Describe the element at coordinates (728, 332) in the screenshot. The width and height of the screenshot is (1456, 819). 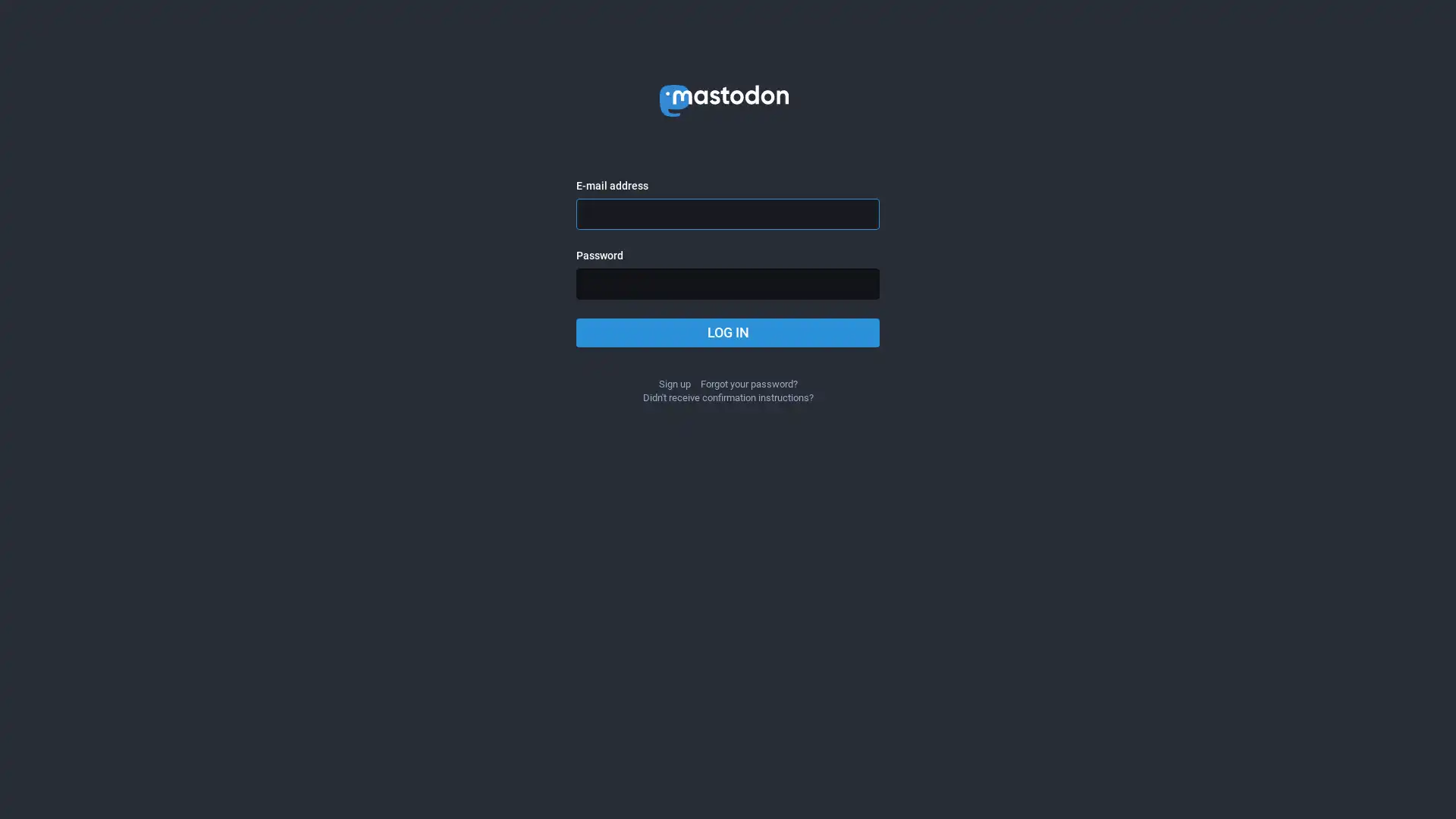
I see `LOG IN` at that location.